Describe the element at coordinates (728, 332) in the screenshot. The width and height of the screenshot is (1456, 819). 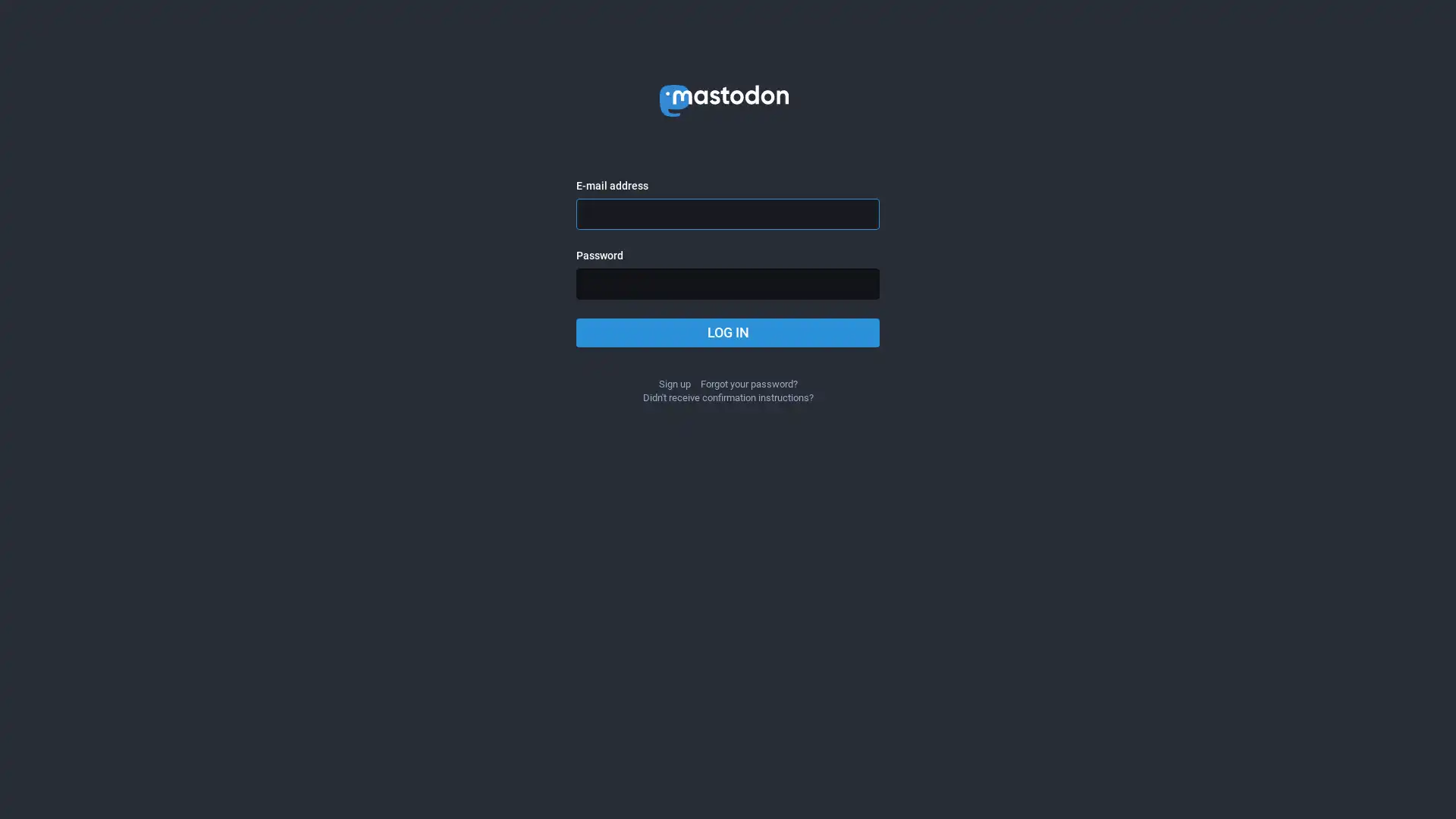
I see `LOG IN` at that location.